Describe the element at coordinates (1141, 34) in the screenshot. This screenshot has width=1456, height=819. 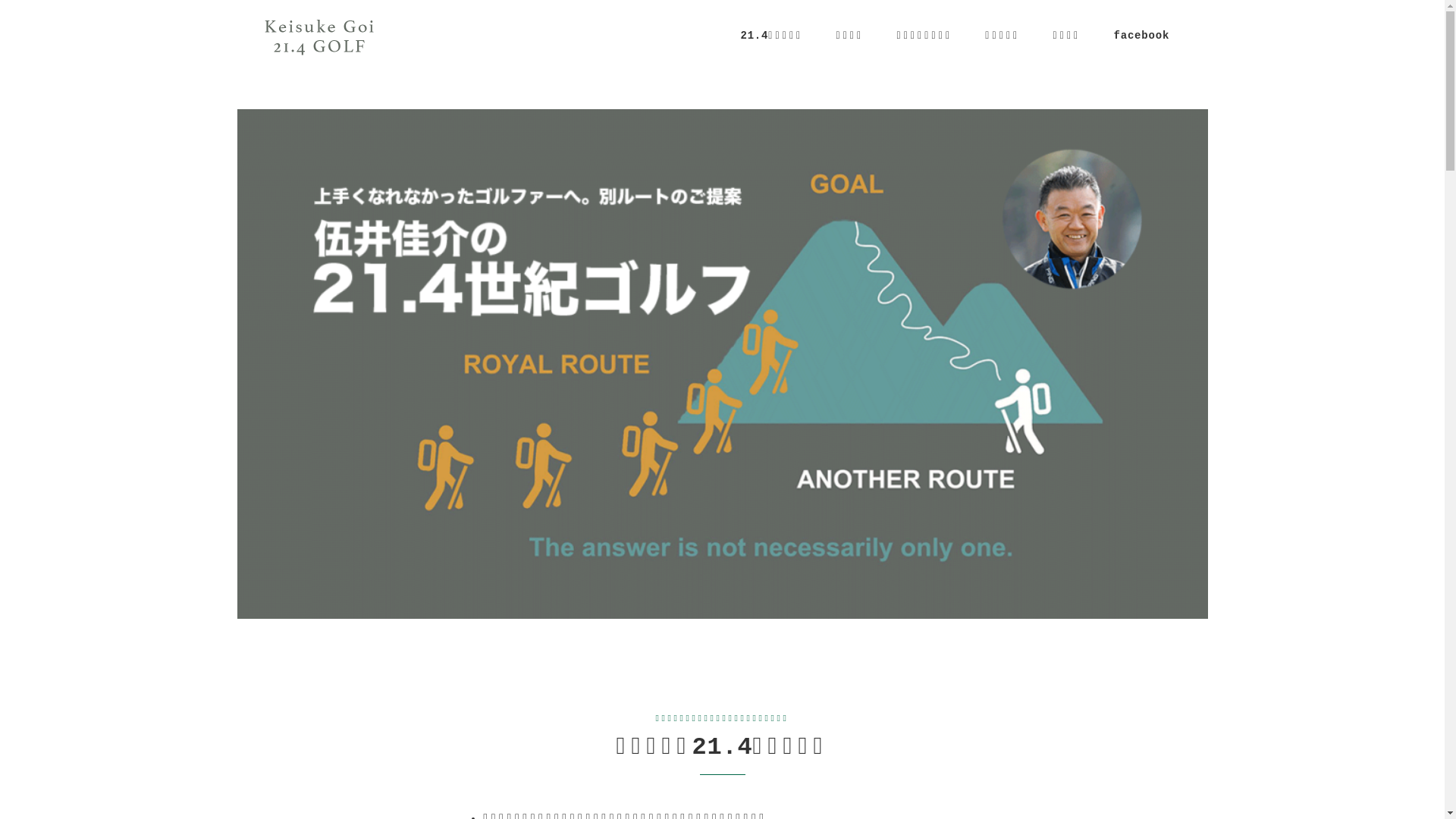
I see `'facebook'` at that location.